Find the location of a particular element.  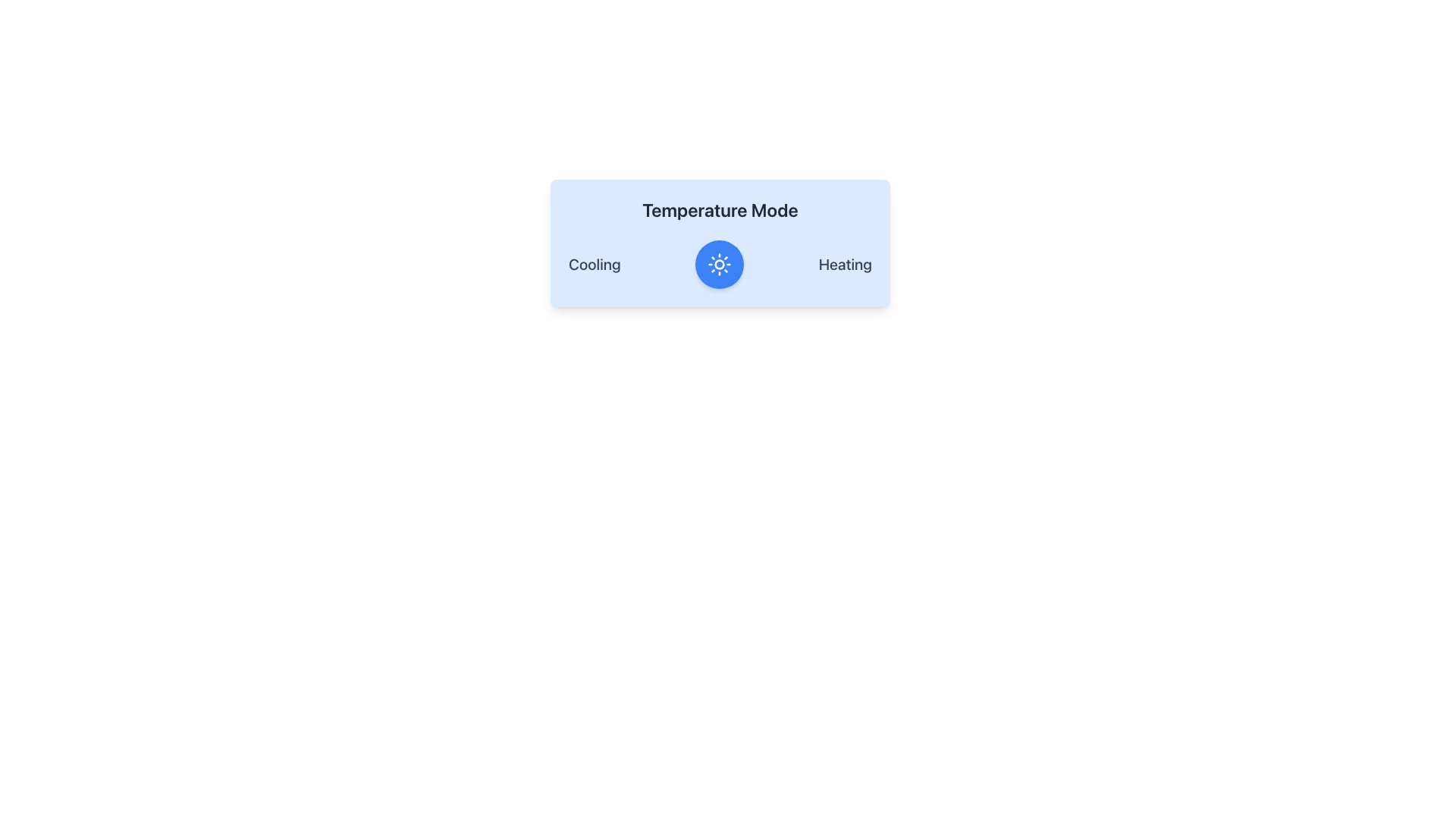

the 'Heating' mode text label located in the rightmost position among its siblings in the temperature setting interface is located at coordinates (844, 263).